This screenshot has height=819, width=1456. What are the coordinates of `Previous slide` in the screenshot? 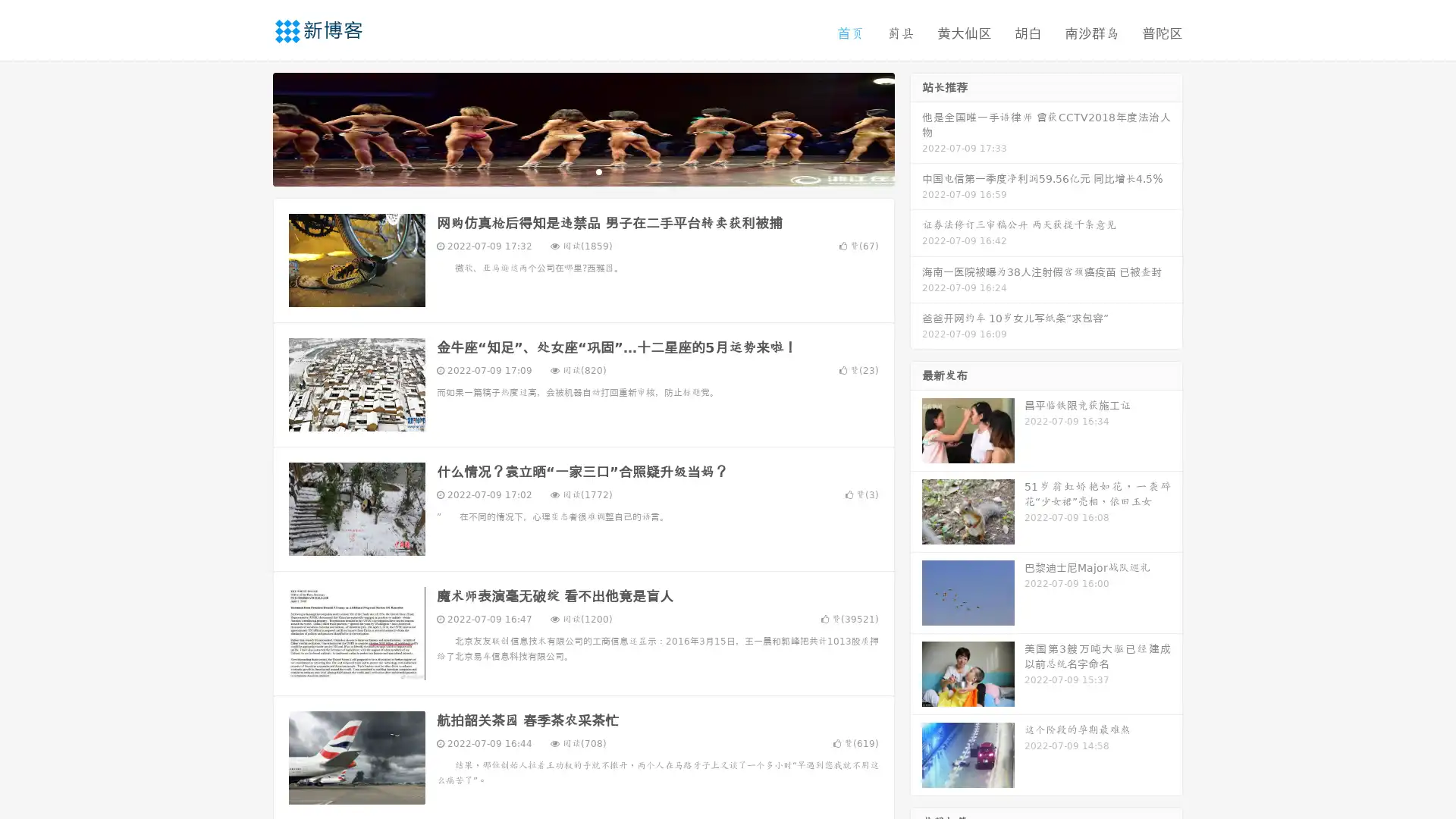 It's located at (250, 127).